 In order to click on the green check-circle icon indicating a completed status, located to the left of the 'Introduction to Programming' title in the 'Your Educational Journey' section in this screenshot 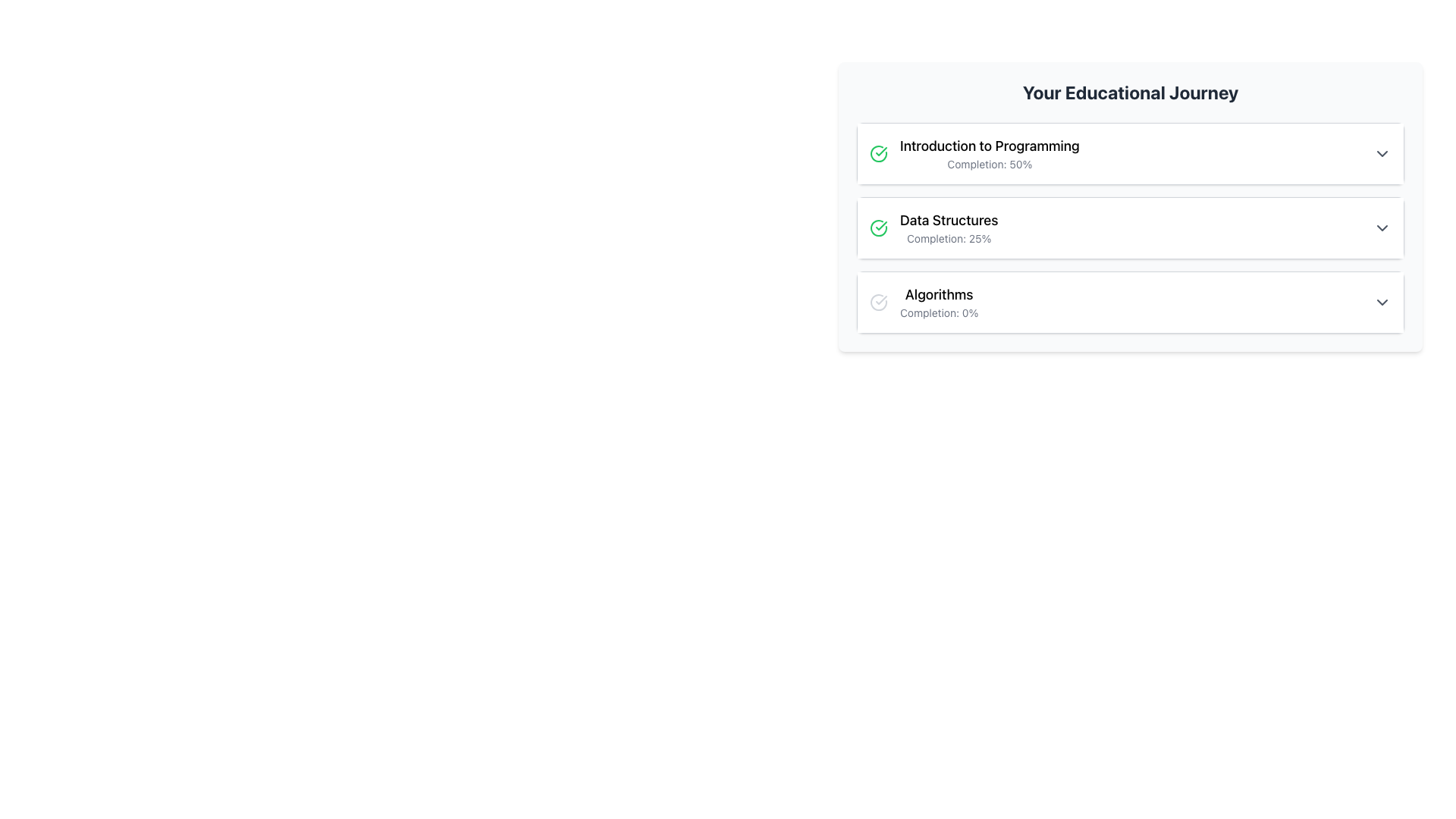, I will do `click(878, 154)`.